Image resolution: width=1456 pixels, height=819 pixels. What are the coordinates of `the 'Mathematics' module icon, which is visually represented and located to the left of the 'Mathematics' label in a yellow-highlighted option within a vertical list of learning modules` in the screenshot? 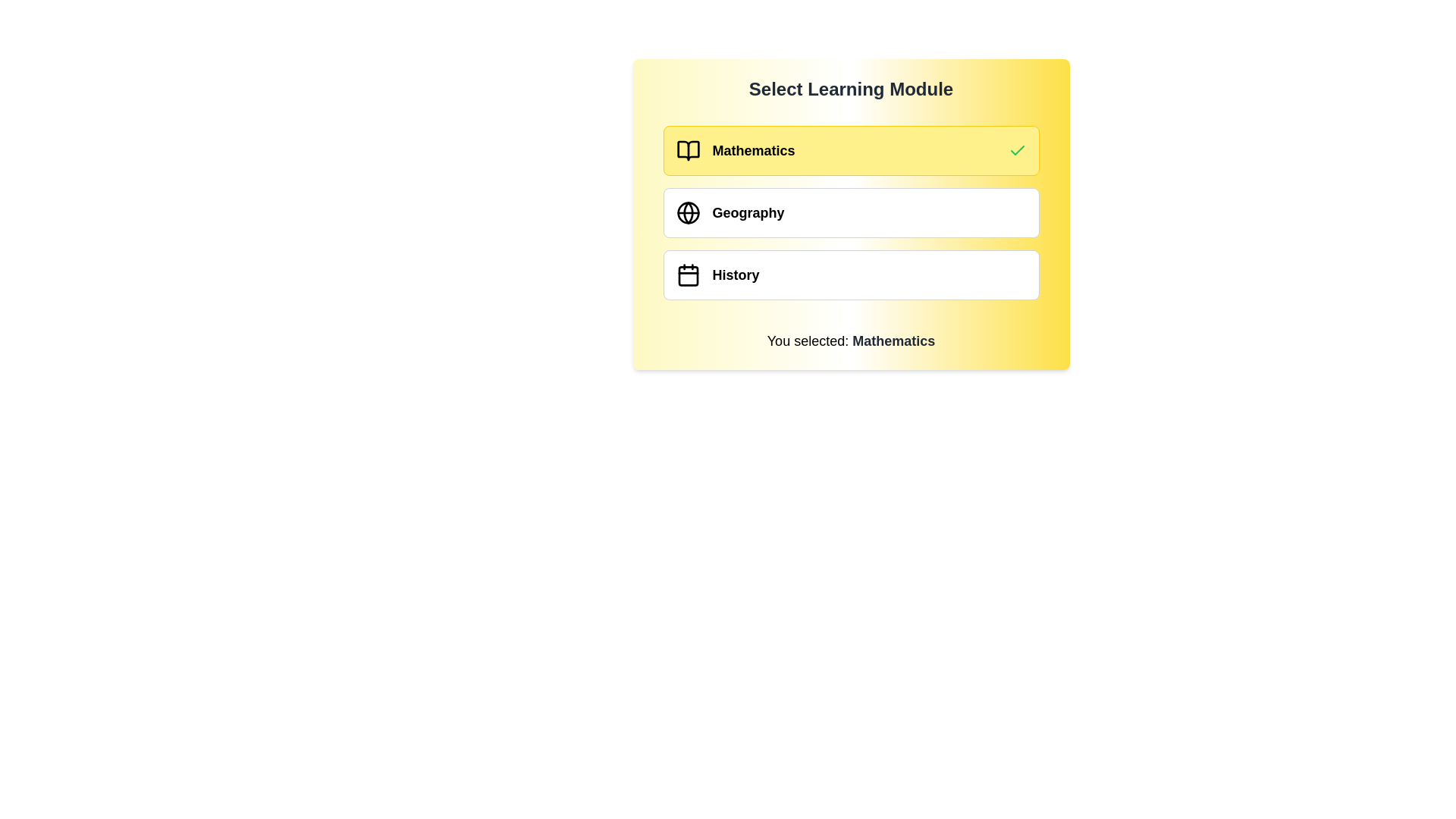 It's located at (687, 151).